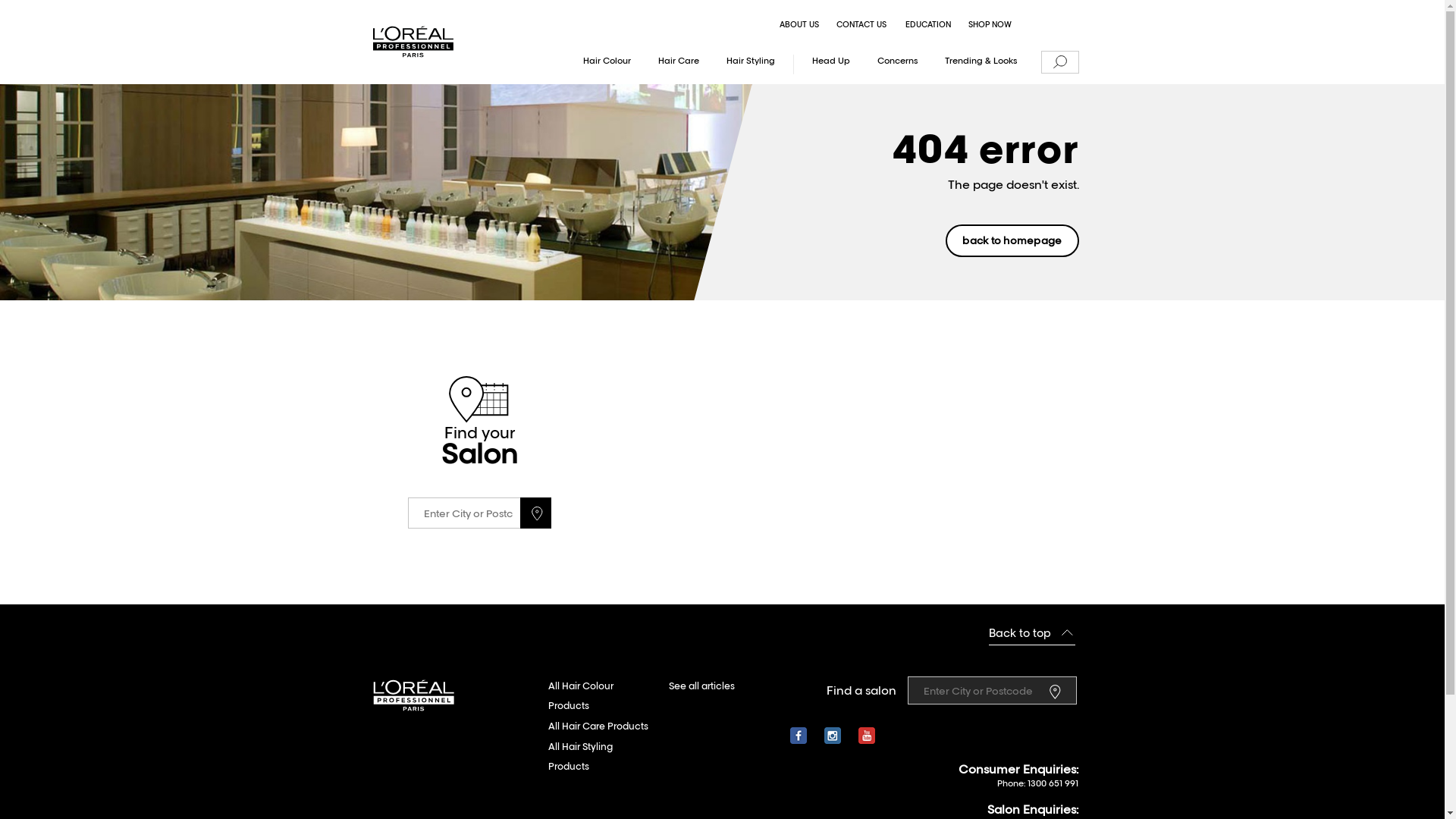 This screenshot has height=819, width=1456. Describe the element at coordinates (1058, 62) in the screenshot. I see `'Search'` at that location.